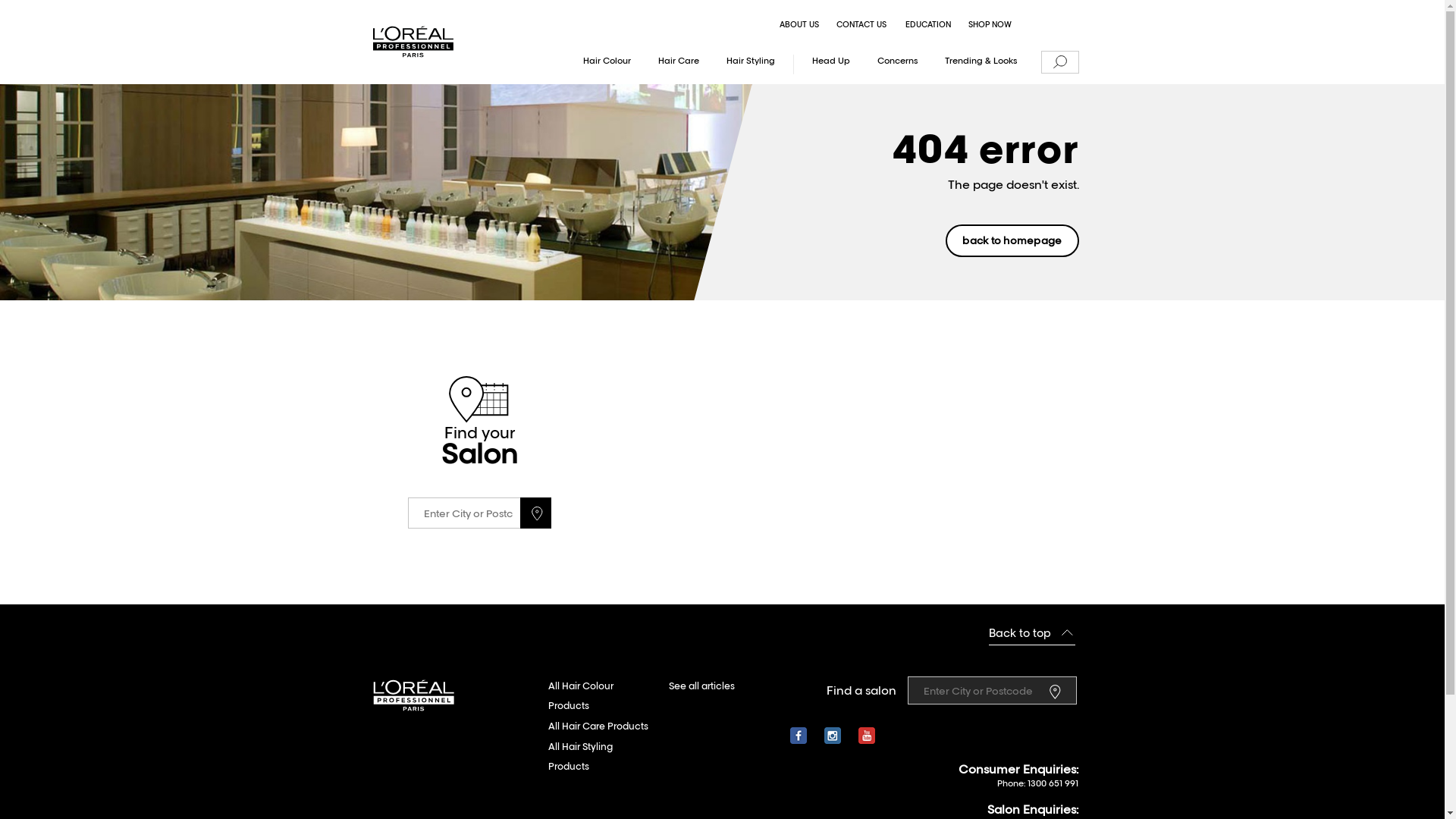 This screenshot has height=819, width=1456. Describe the element at coordinates (1058, 62) in the screenshot. I see `'Search'` at that location.